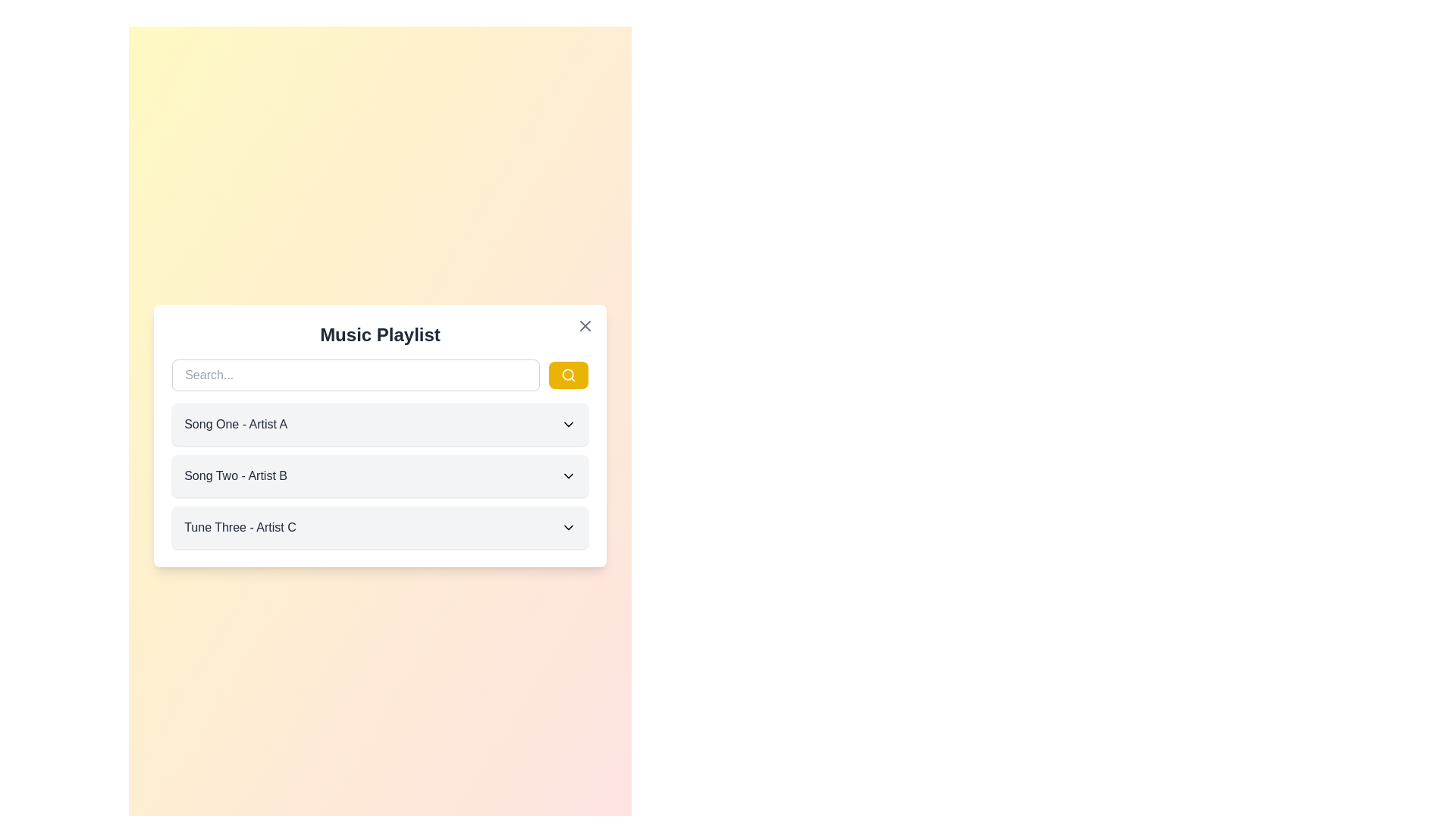  What do you see at coordinates (235, 475) in the screenshot?
I see `the text label displaying 'Song Two - Artist B', which is the second item in the 'Music Playlist' list component` at bounding box center [235, 475].